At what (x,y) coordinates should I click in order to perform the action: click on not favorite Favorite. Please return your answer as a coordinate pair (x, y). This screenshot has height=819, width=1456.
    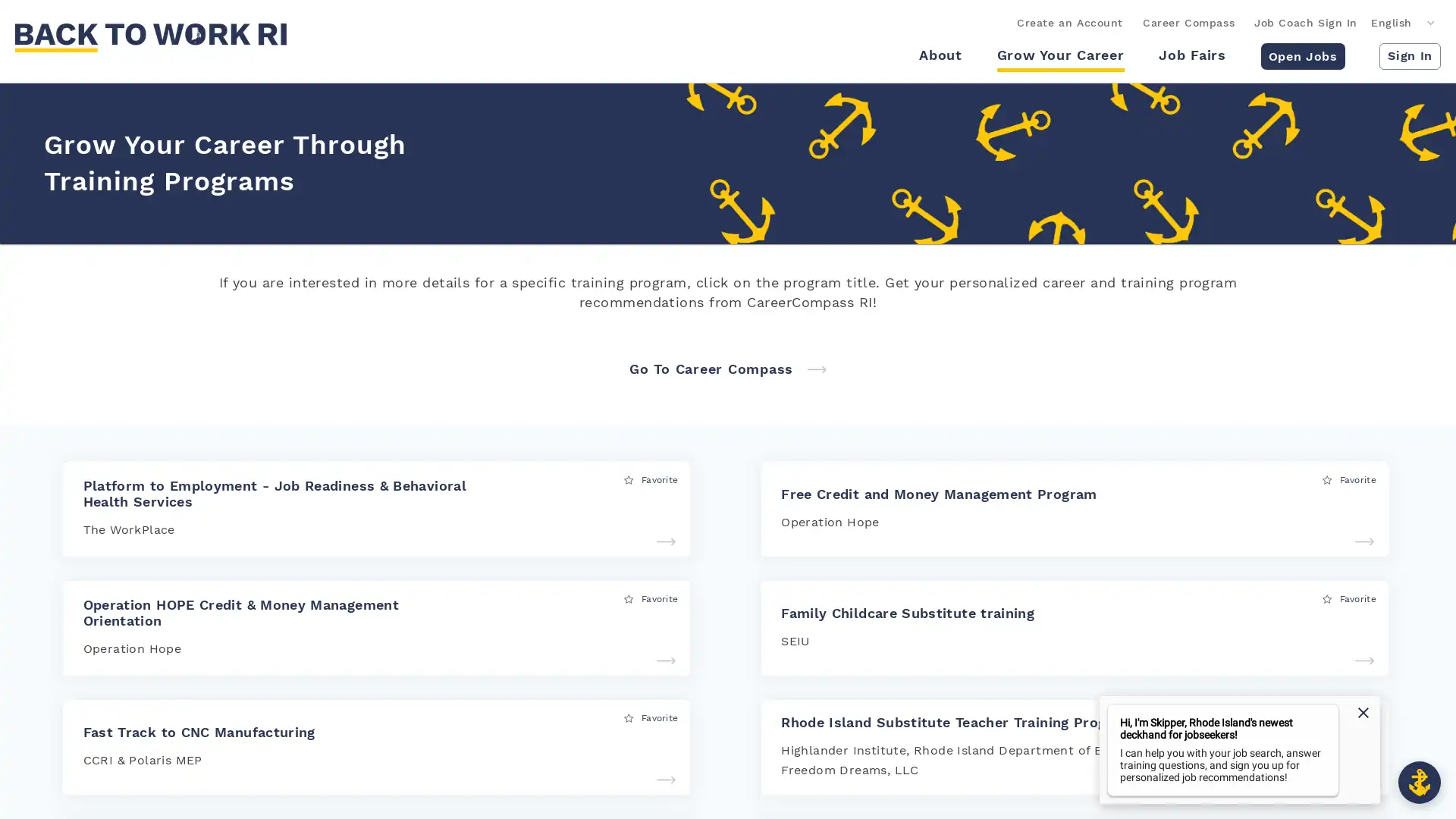
    Looking at the image, I should click on (1349, 479).